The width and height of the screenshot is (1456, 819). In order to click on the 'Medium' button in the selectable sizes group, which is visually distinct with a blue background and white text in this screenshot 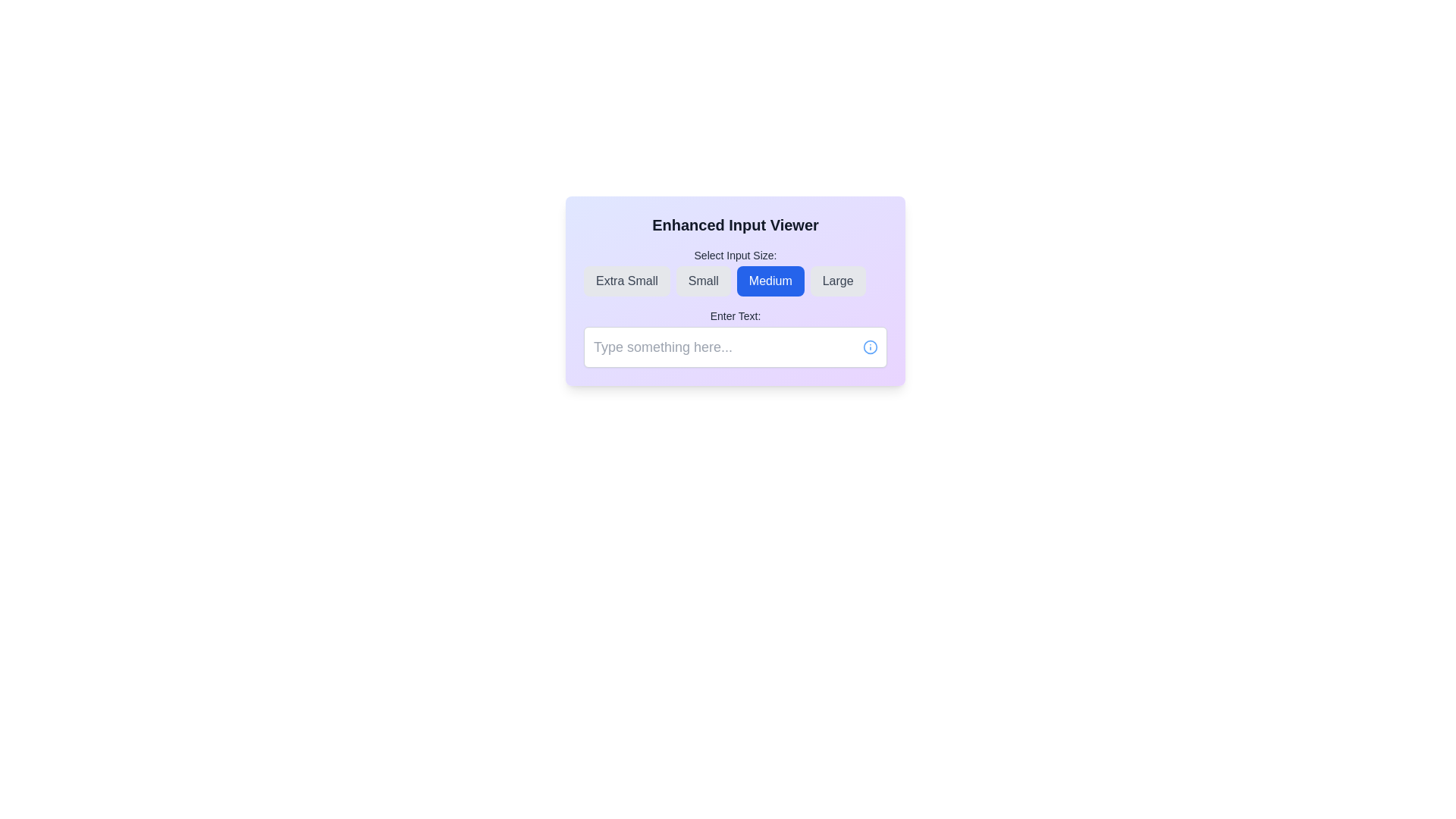, I will do `click(735, 281)`.